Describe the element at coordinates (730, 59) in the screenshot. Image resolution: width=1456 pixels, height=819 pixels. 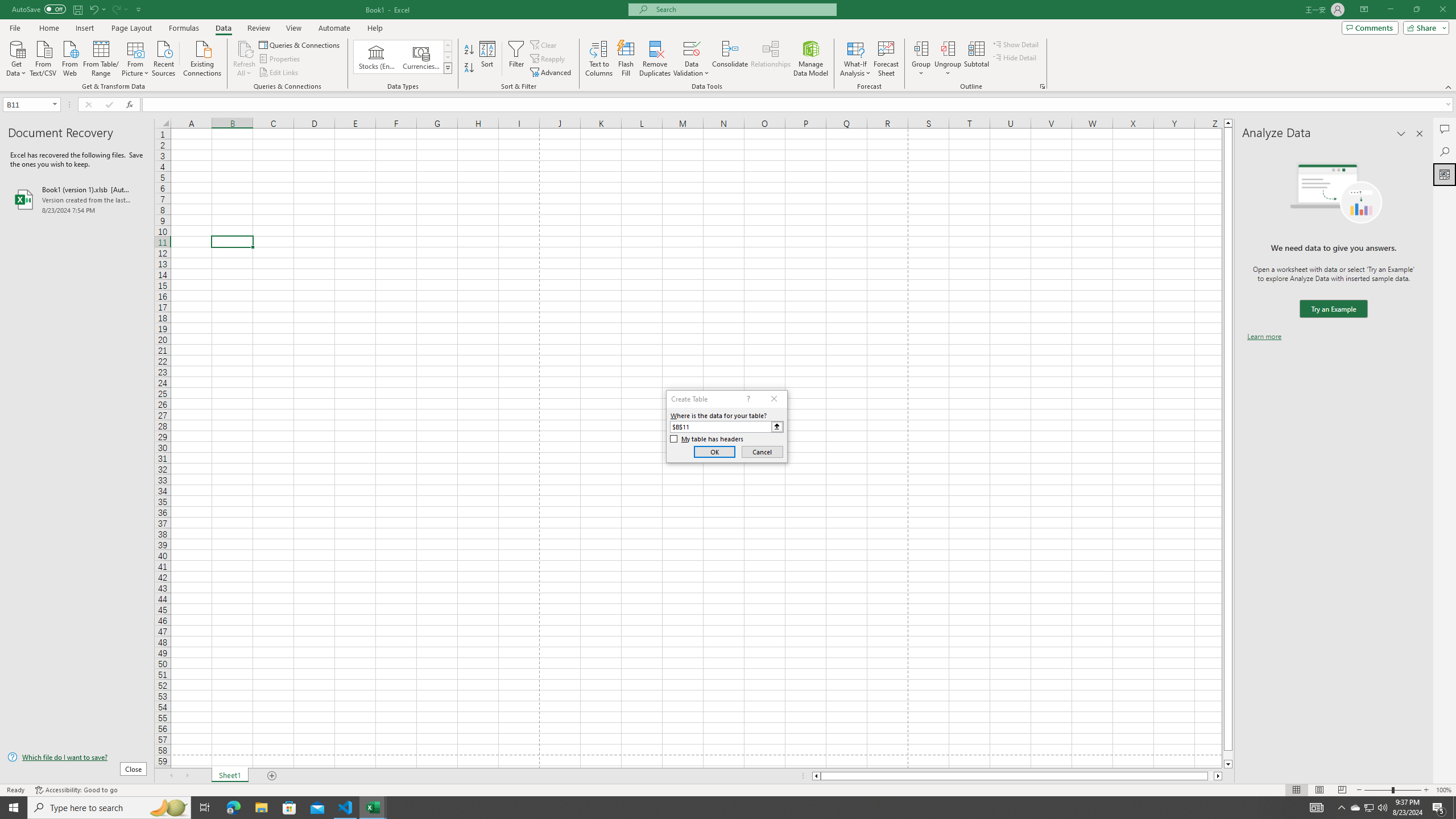
I see `'Consolidate...'` at that location.